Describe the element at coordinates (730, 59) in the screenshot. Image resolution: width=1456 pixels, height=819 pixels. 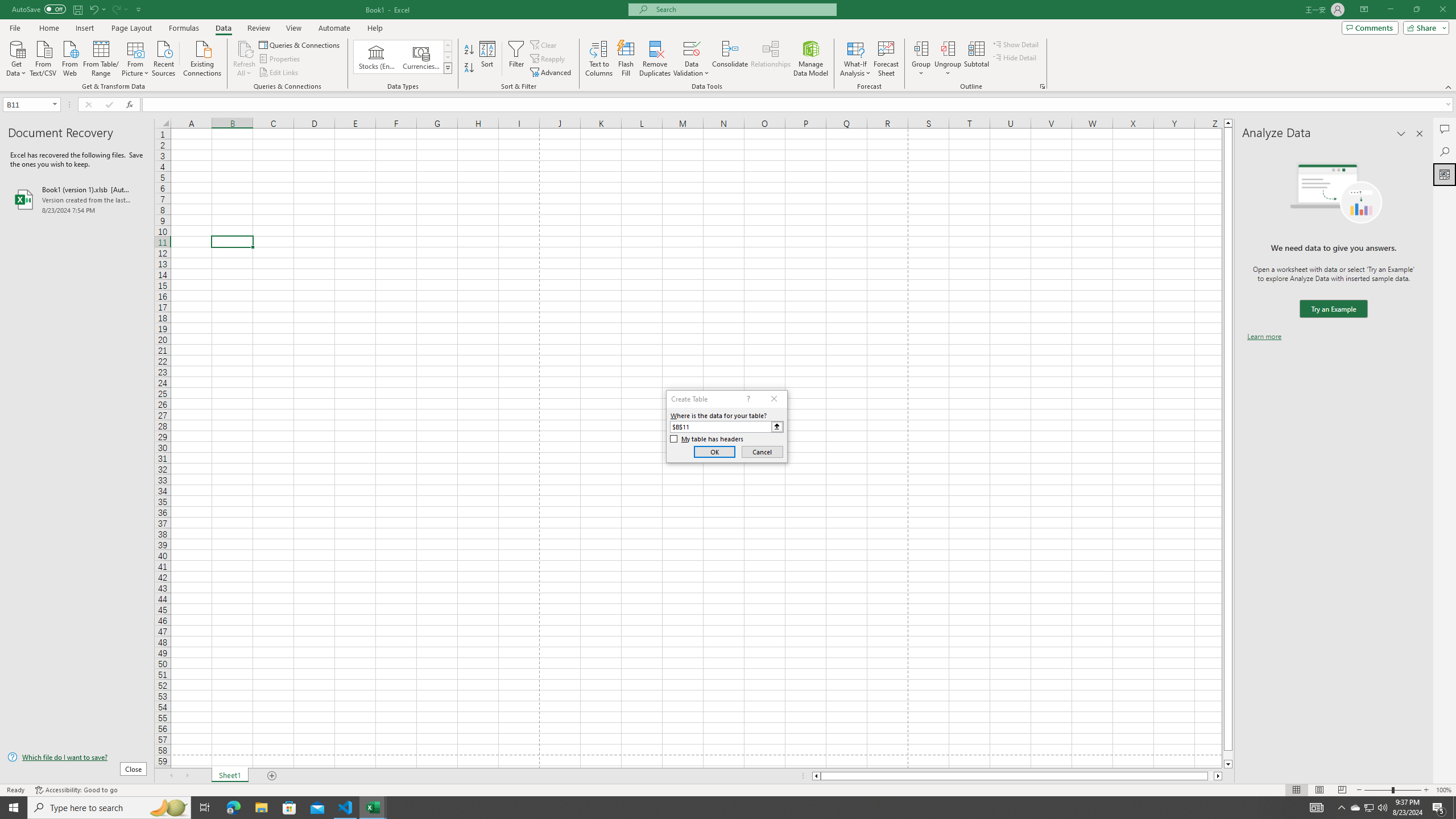
I see `'Consolidate...'` at that location.